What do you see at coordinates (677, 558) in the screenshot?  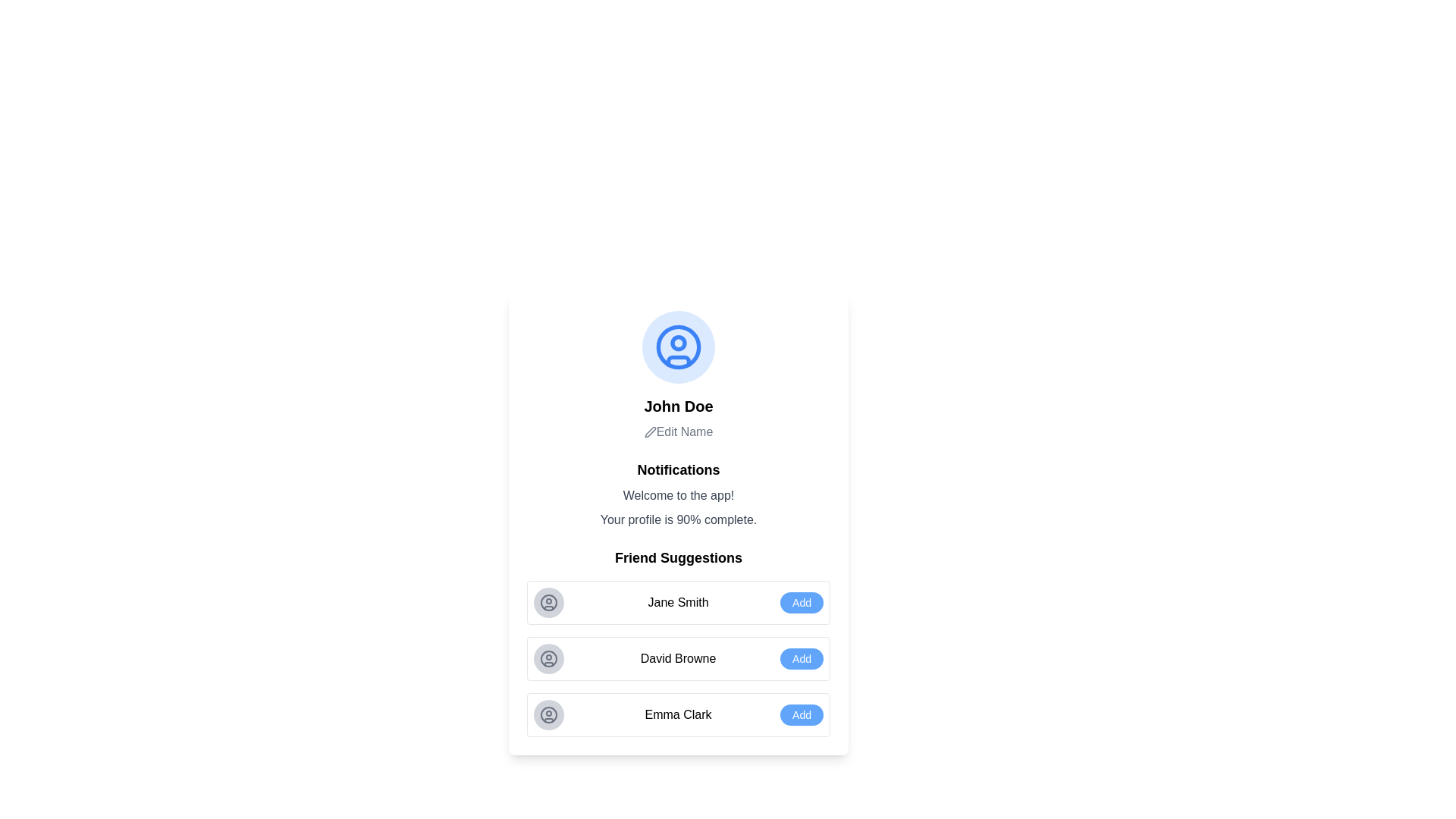 I see `text 'Friend Suggestions' from the section header that introduces the friend suggestions list` at bounding box center [677, 558].